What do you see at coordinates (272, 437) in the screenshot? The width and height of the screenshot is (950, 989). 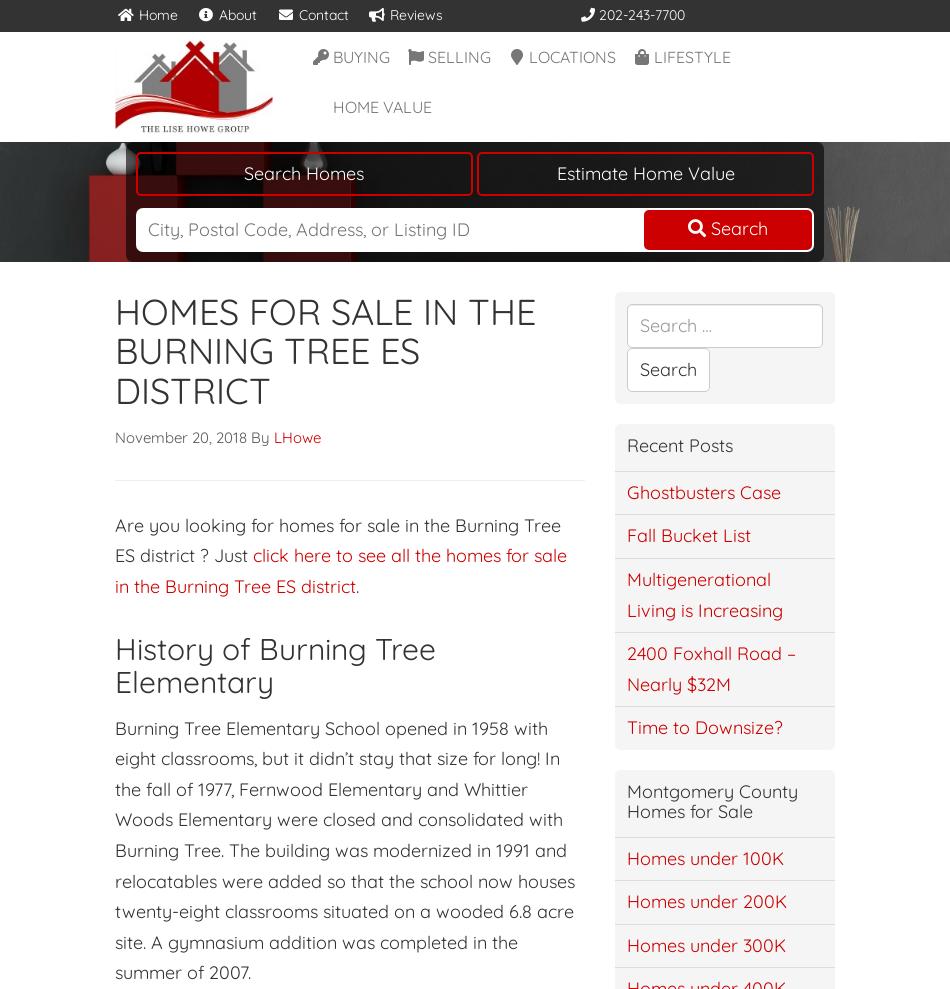 I see `'LHowe'` at bounding box center [272, 437].